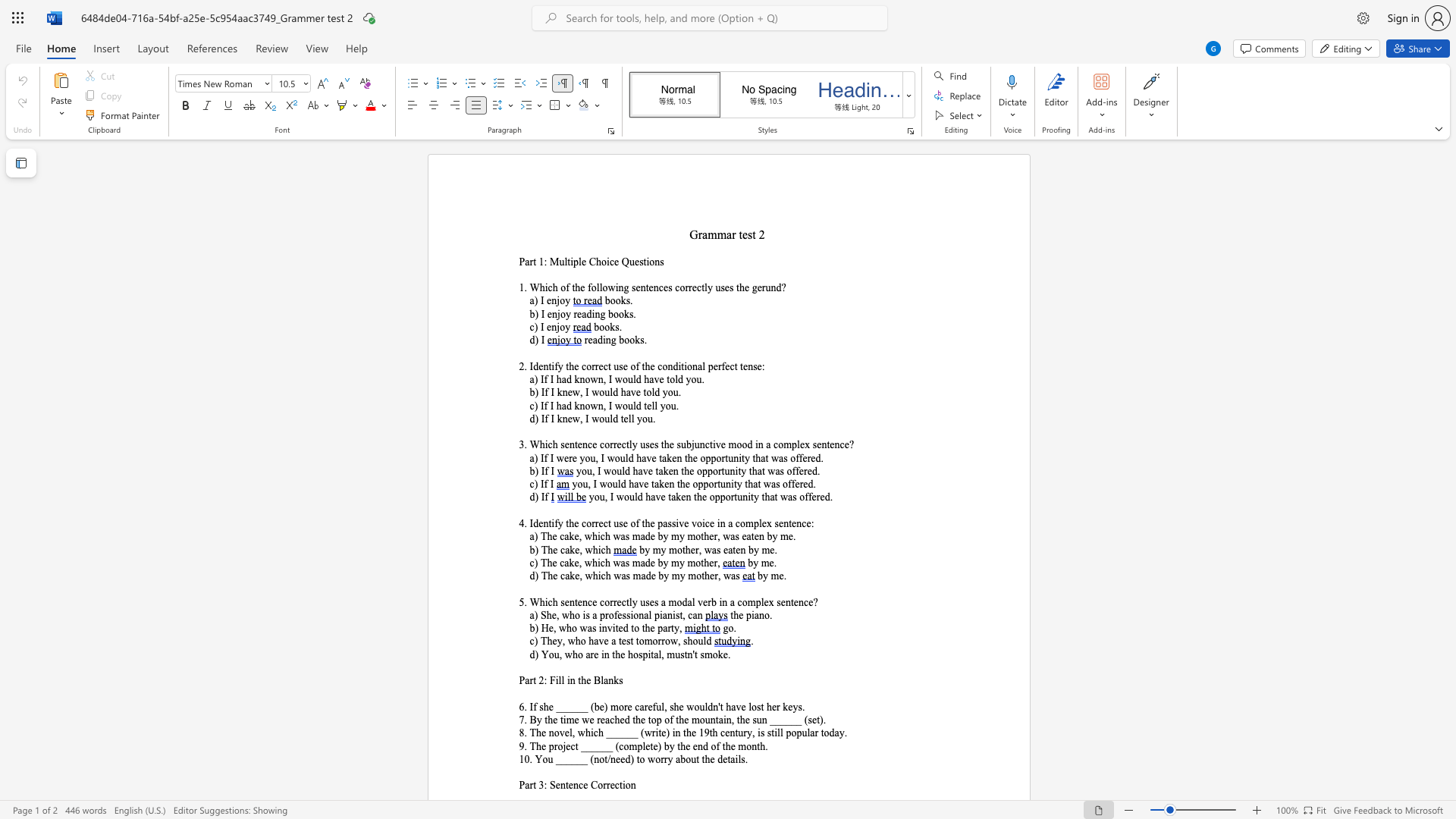  I want to click on the space between the continuous character "b" and ")" in the text, so click(534, 391).